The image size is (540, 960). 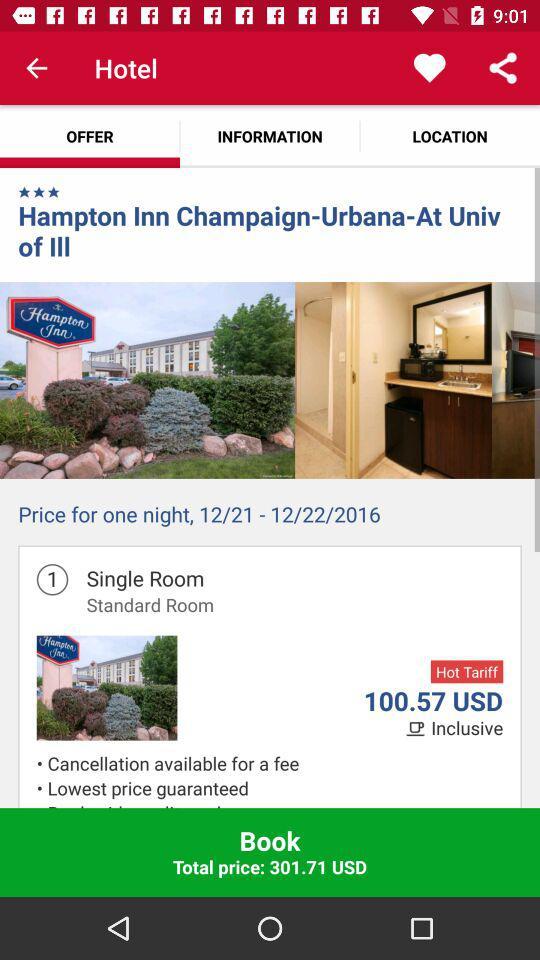 I want to click on hampton inn champaign item, so click(x=270, y=230).